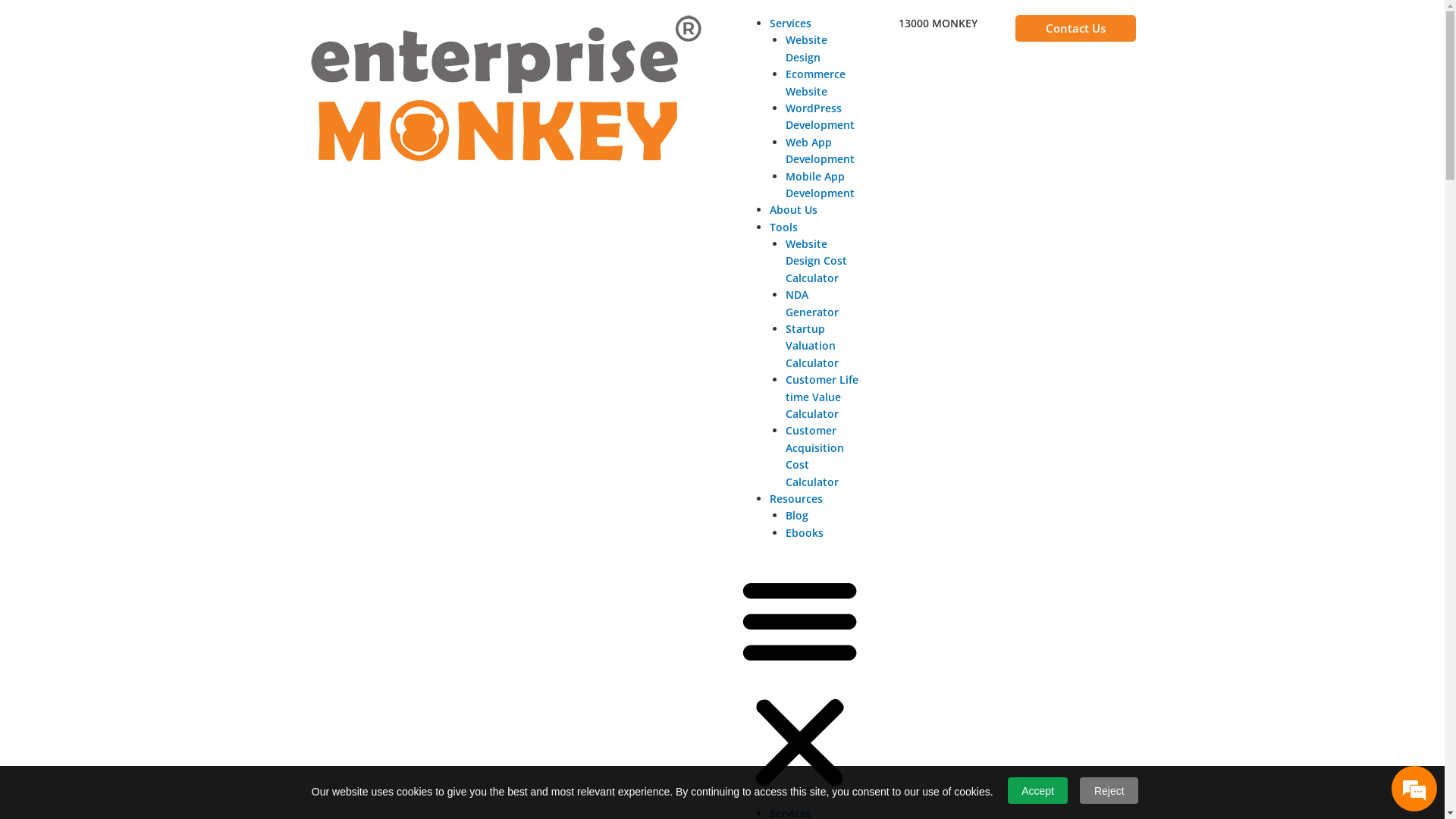 The image size is (1456, 819). What do you see at coordinates (786, 396) in the screenshot?
I see `'Customer Life time Value Calculator'` at bounding box center [786, 396].